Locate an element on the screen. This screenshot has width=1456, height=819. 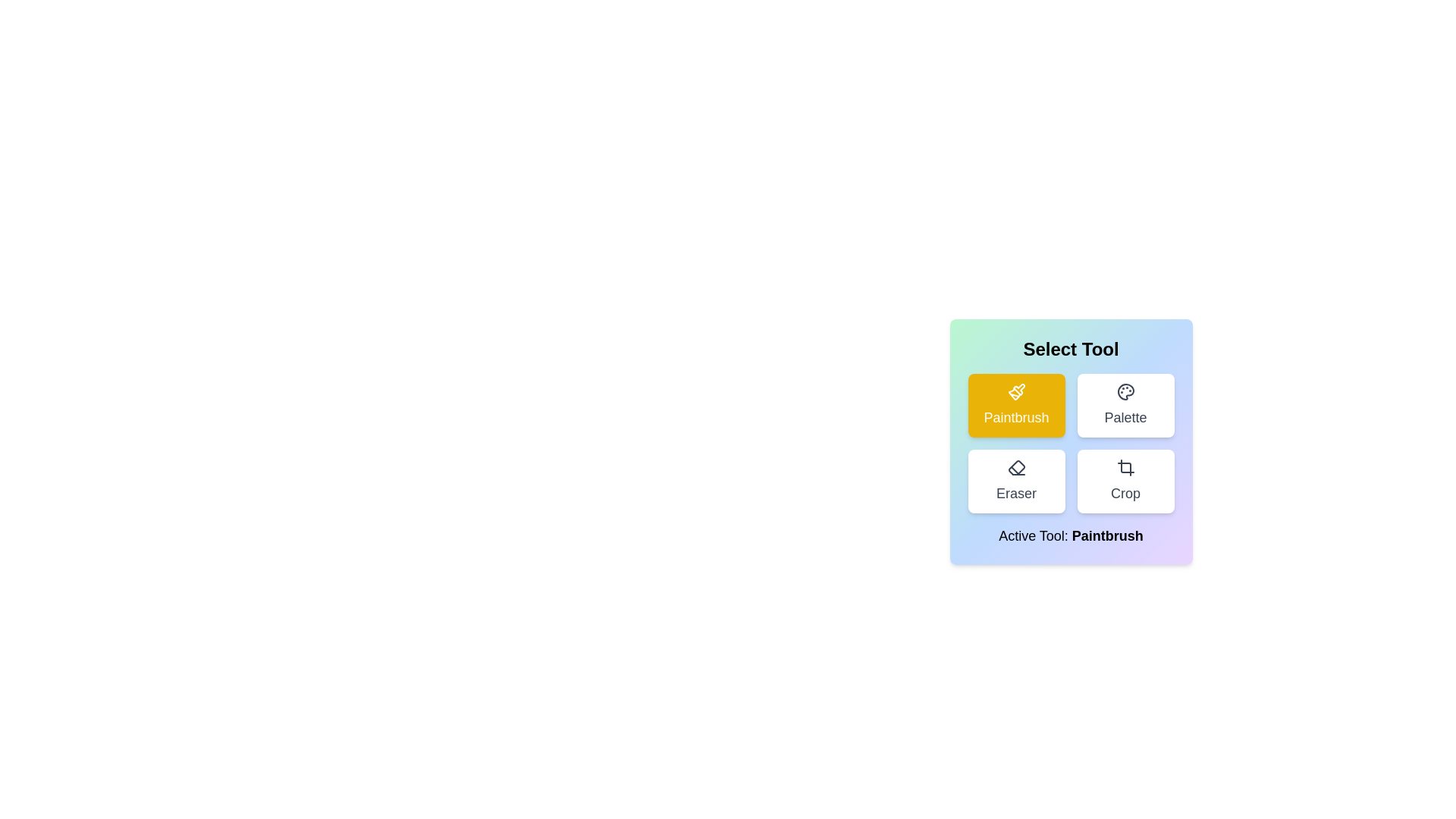
the button corresponding to the tool Palette is located at coordinates (1125, 405).